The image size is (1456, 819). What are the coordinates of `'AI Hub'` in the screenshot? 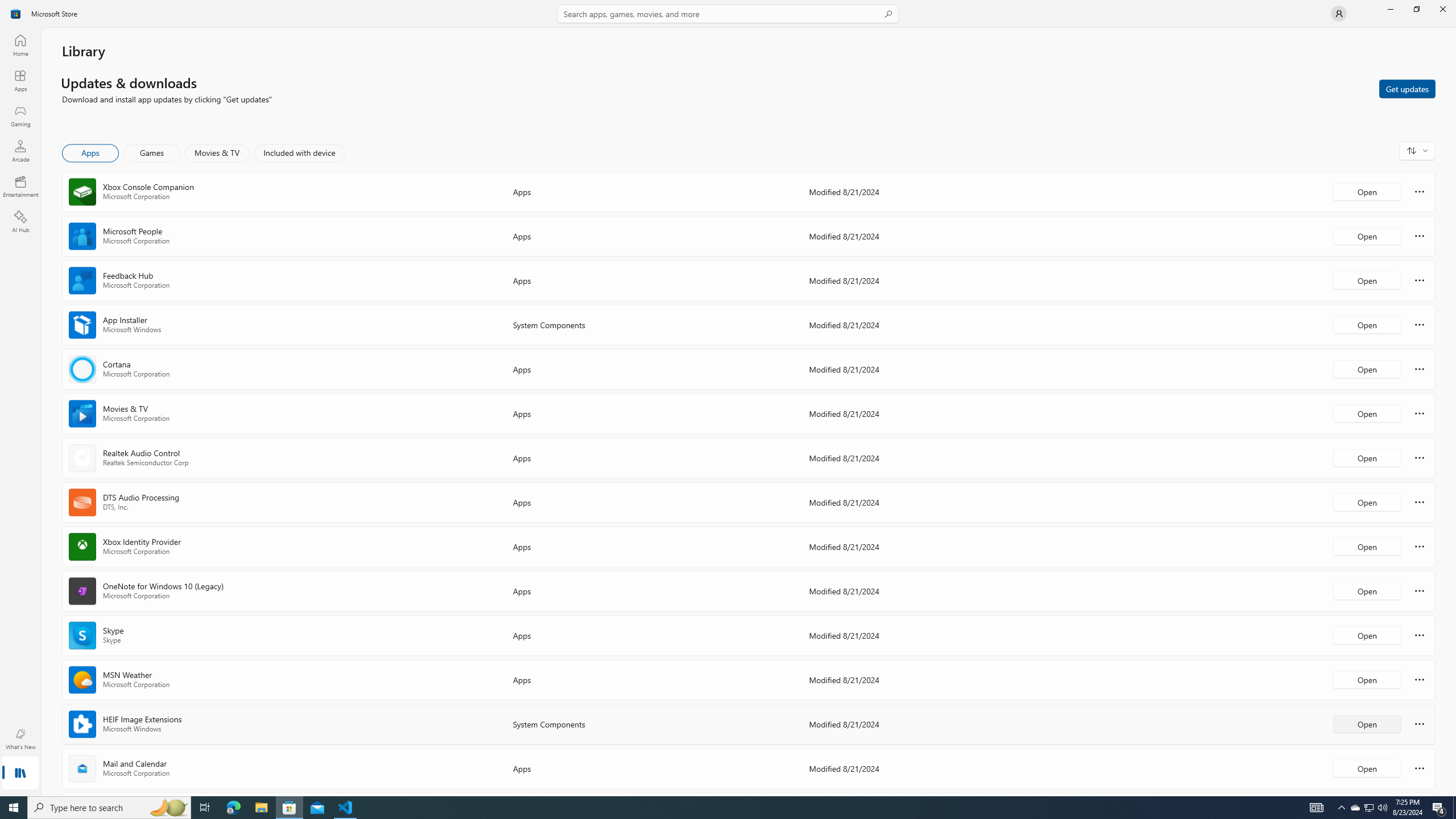 It's located at (19, 221).